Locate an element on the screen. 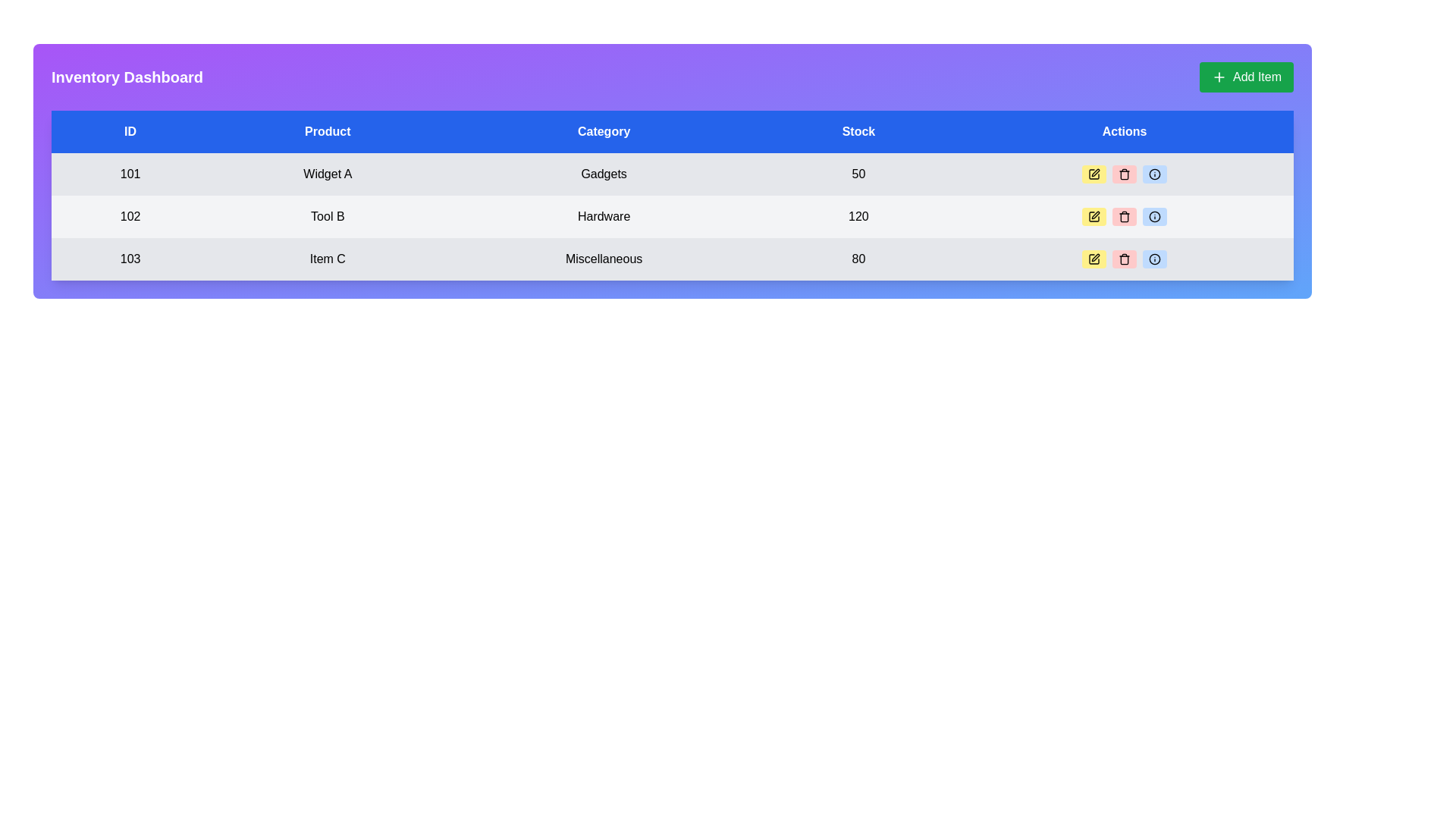 The width and height of the screenshot is (1456, 819). the Information icon located in the 'Actions' column of the table, specifically the third icon in the last data row ('Item C') is located at coordinates (1153, 259).